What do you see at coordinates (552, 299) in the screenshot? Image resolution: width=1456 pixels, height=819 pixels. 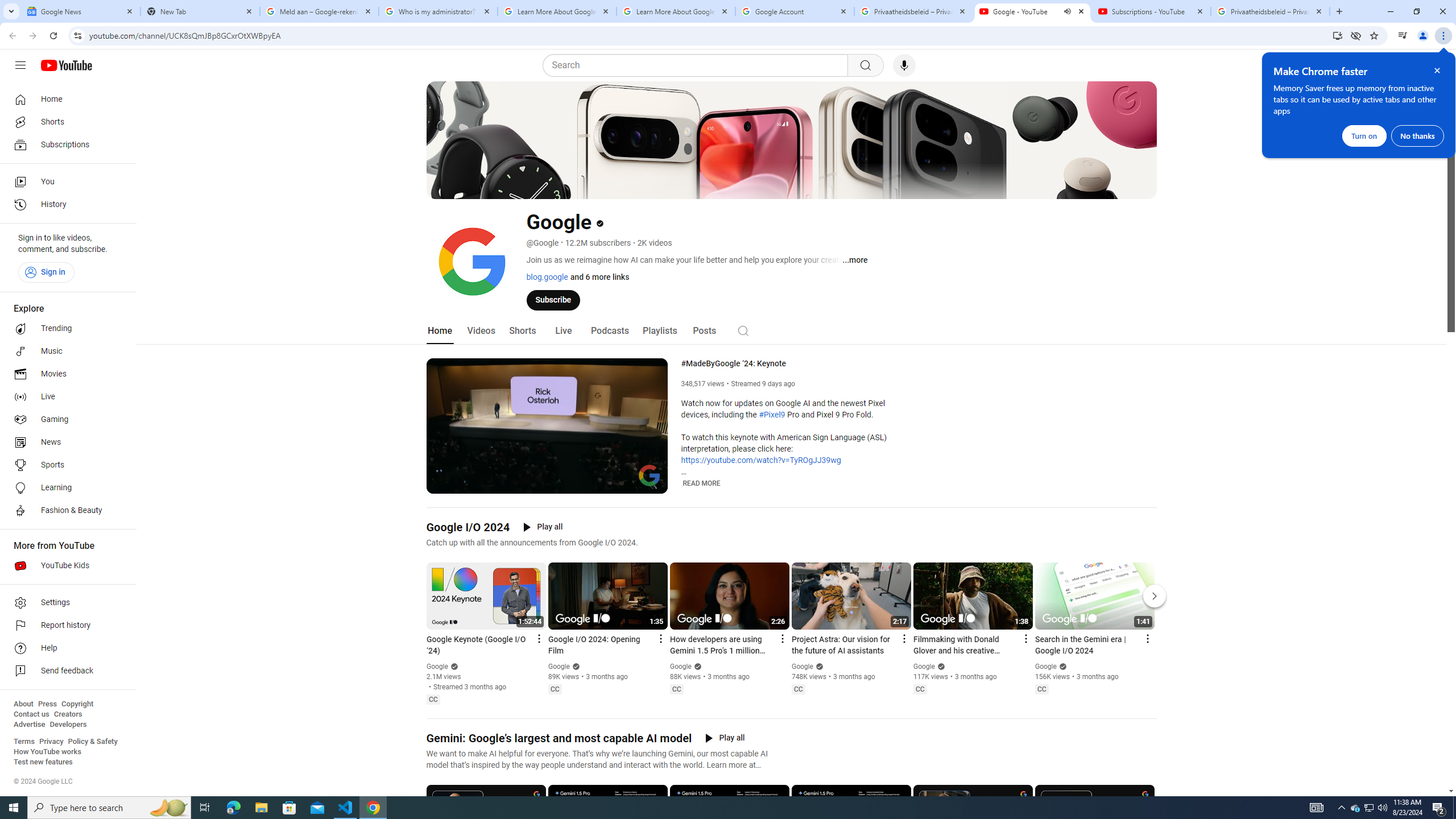 I see `'Subscribe'` at bounding box center [552, 299].